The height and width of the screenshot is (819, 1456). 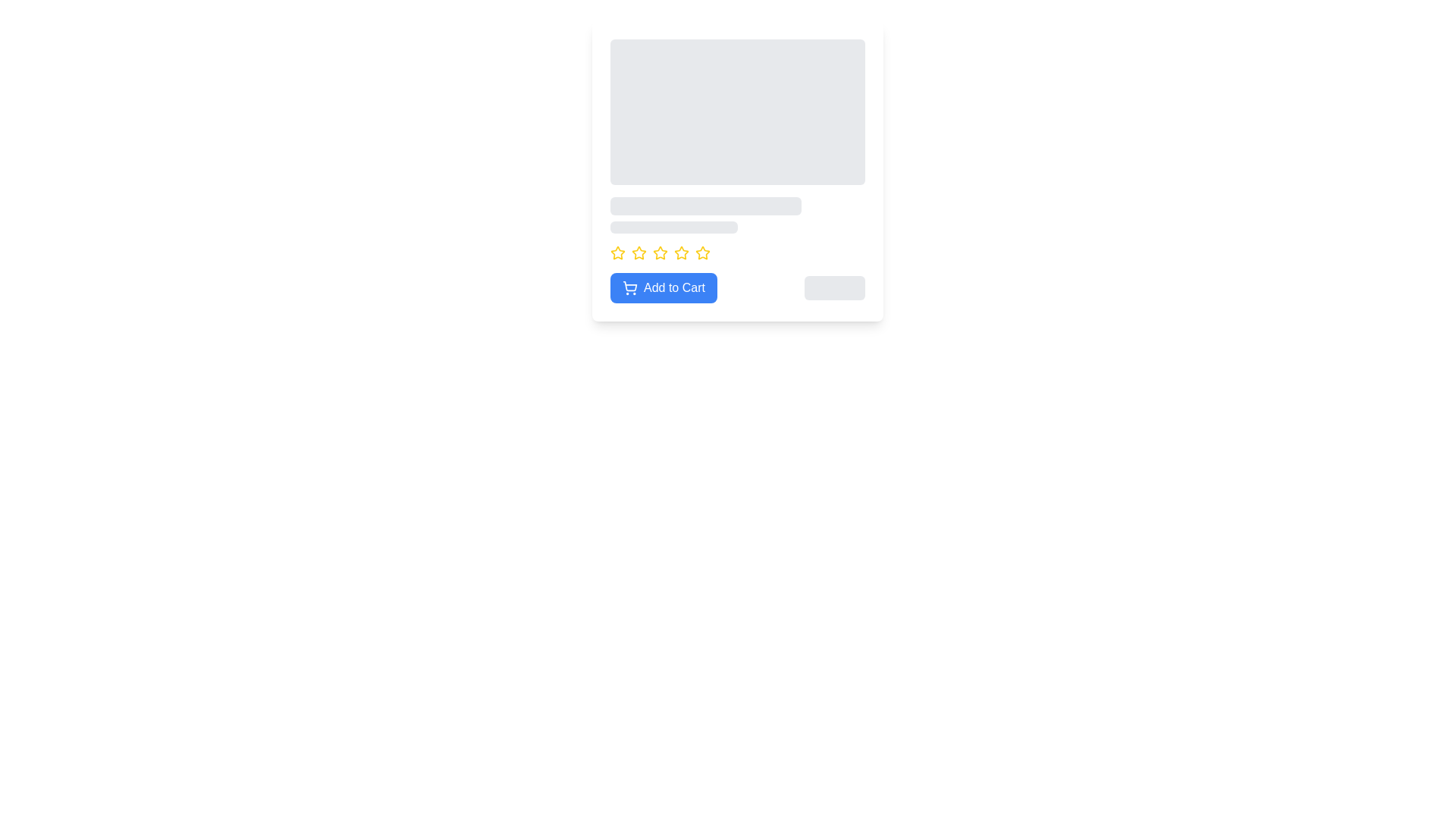 I want to click on the visual representation of the shopping cart icon located on the left side of the 'Add to Cart' button, which is situated in the bottom-left section of the product details card, so click(x=629, y=288).